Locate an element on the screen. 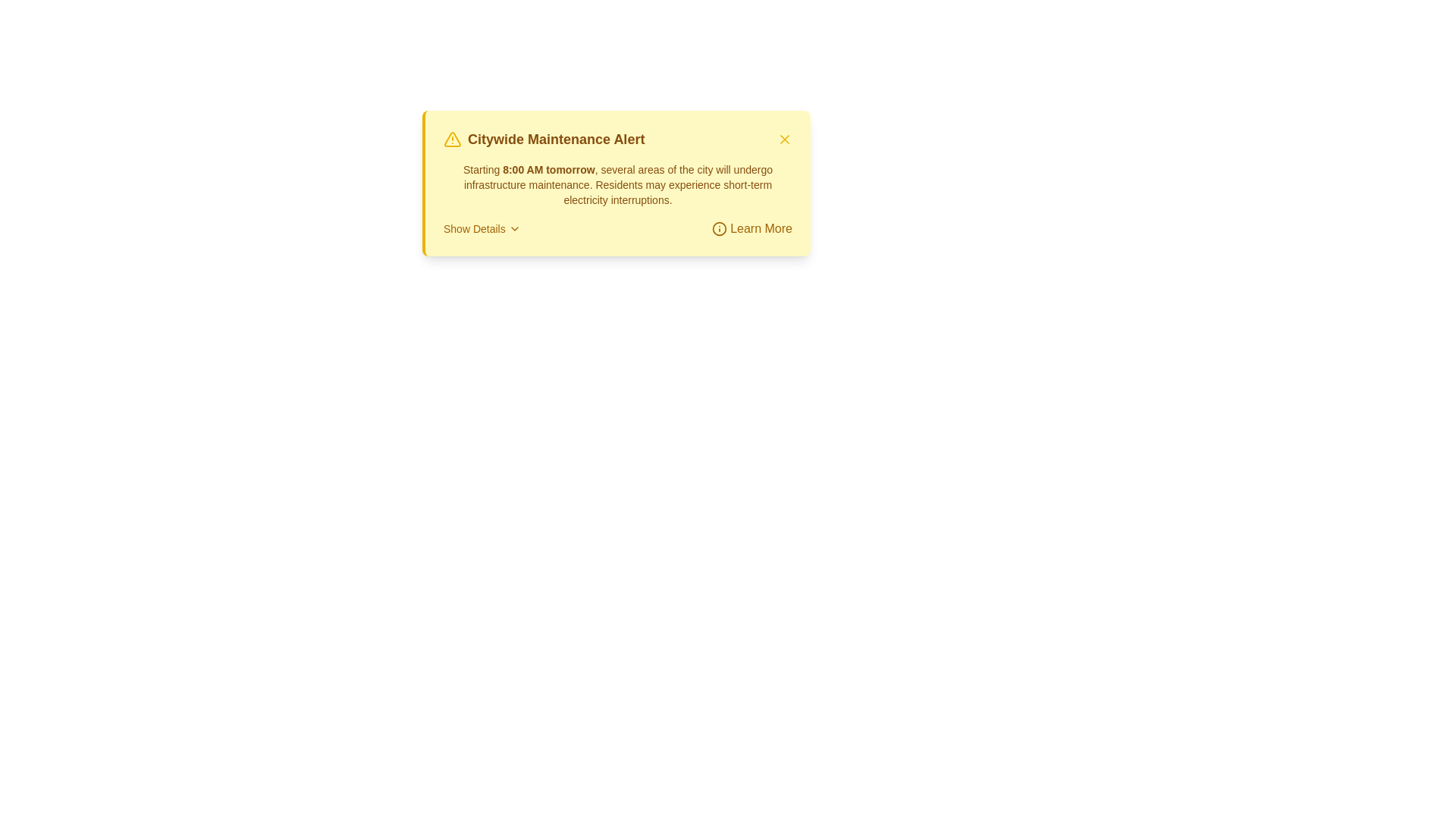  the close icon located in the top-right corner of the yellow alert box is located at coordinates (785, 140).